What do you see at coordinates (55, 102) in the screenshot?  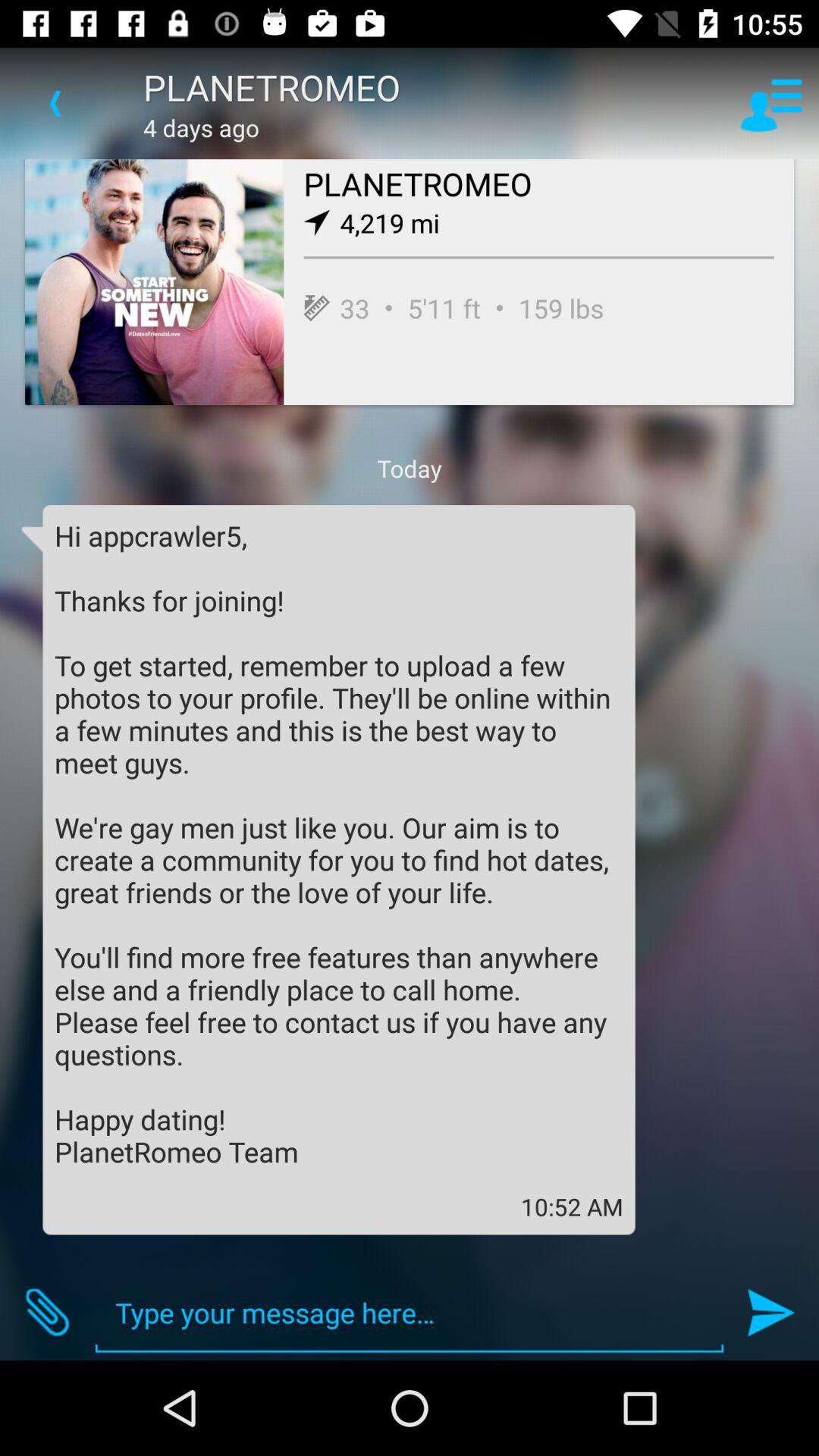 I see `item next to the planetromeo item` at bounding box center [55, 102].